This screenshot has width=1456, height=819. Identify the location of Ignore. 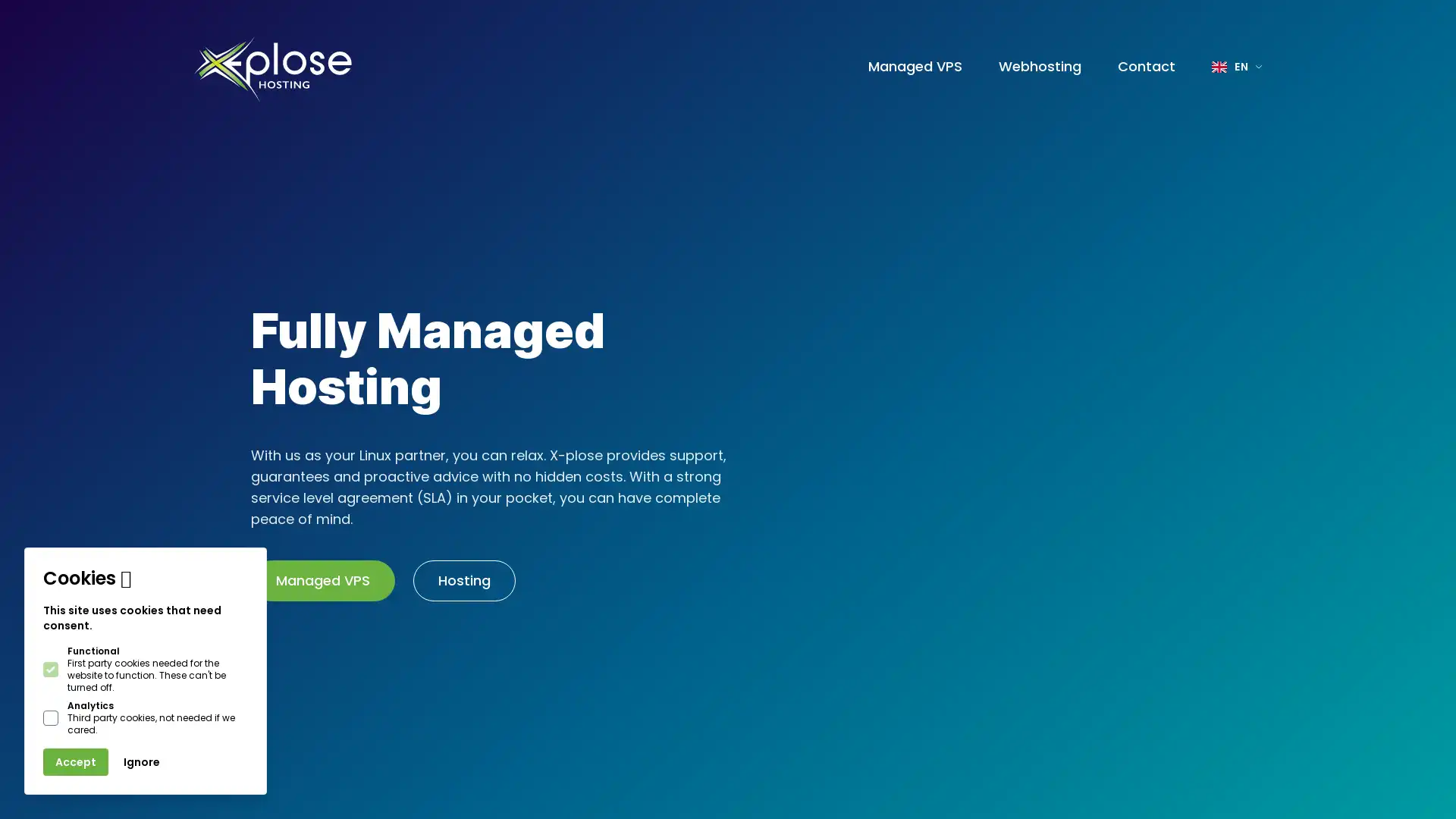
(142, 762).